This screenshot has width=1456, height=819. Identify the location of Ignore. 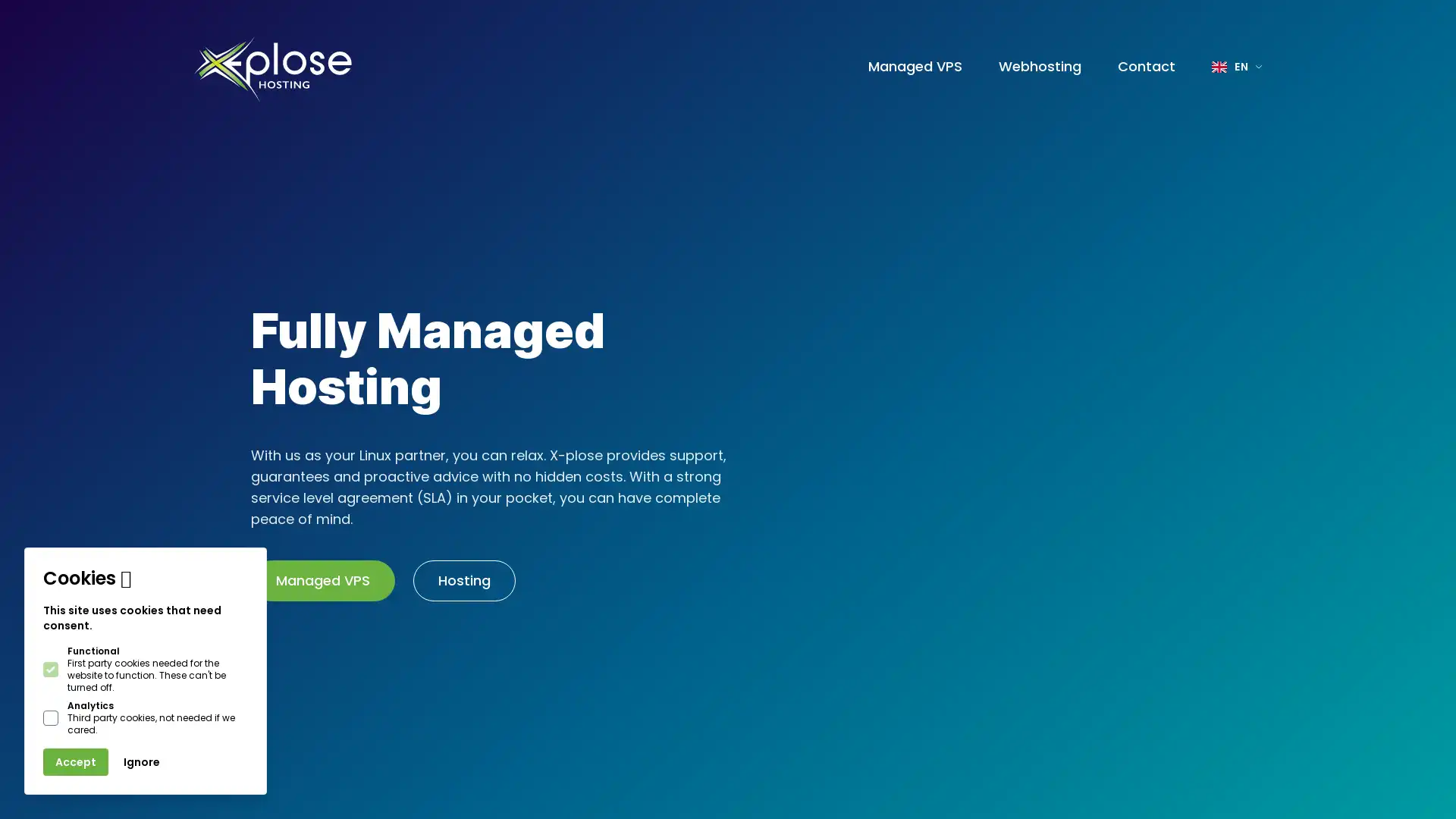
(142, 762).